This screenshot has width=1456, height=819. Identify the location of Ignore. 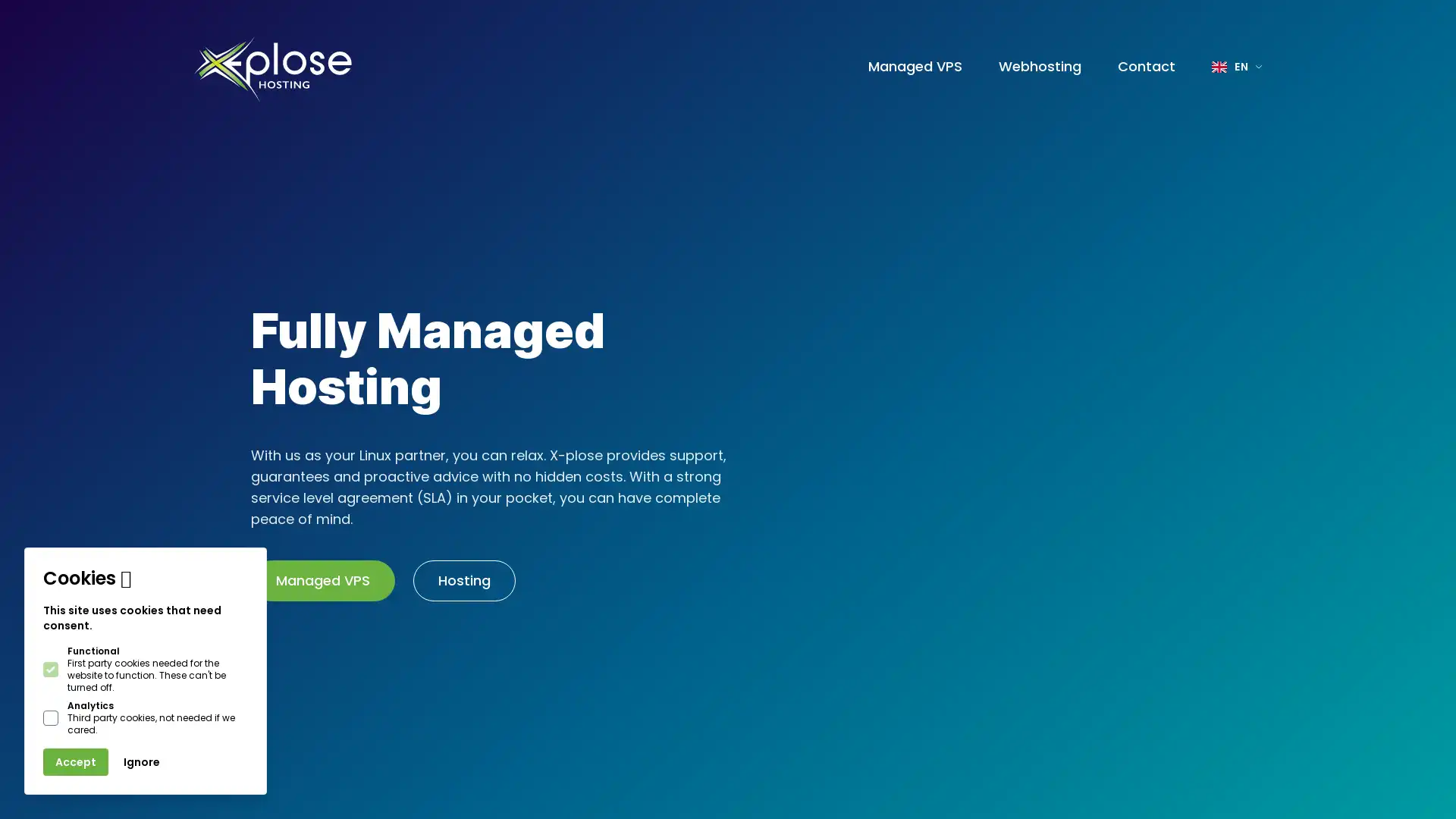
(142, 762).